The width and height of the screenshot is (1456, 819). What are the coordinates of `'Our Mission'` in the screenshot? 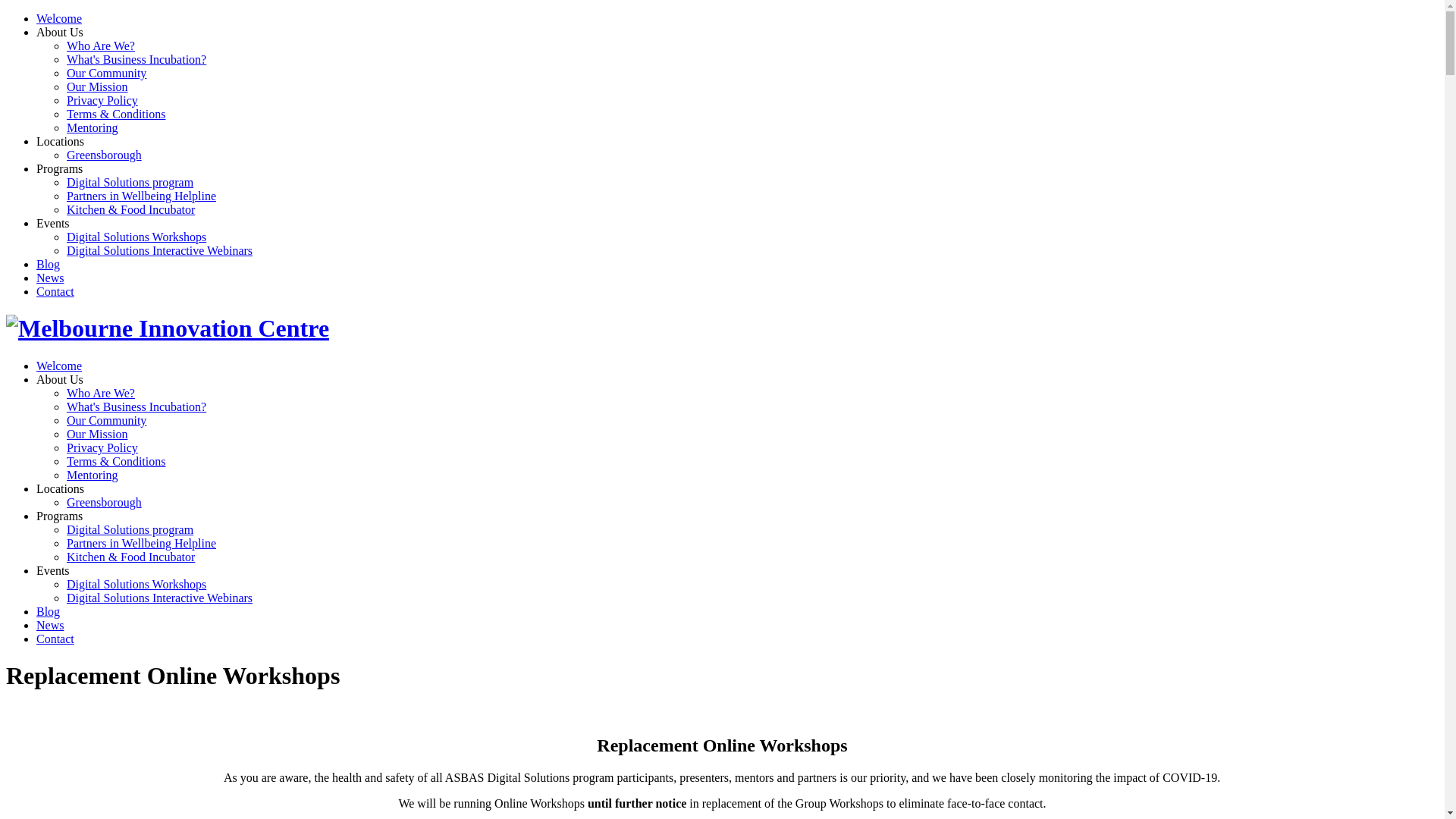 It's located at (65, 434).